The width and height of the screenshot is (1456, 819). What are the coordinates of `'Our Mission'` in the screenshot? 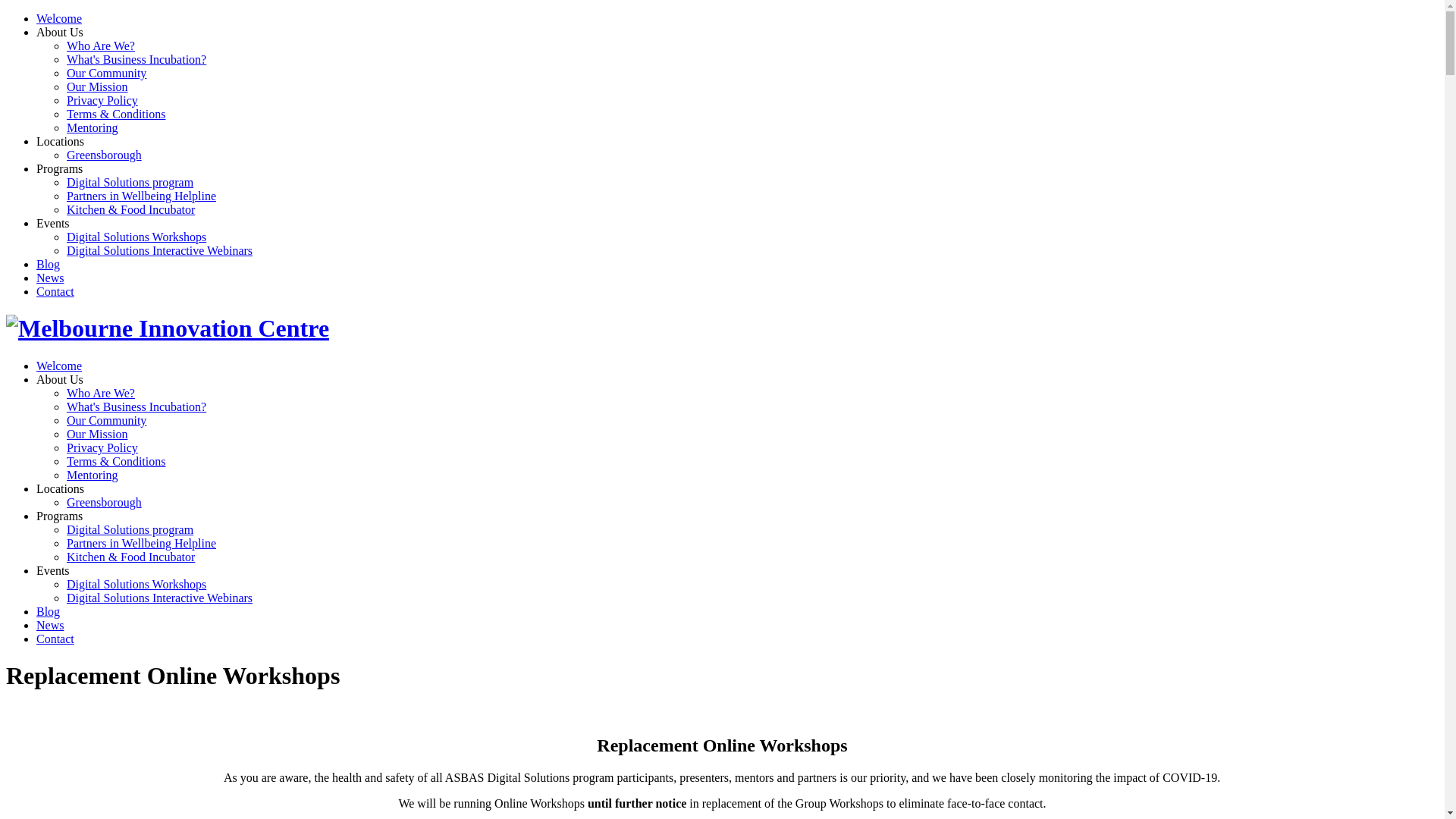 It's located at (65, 434).